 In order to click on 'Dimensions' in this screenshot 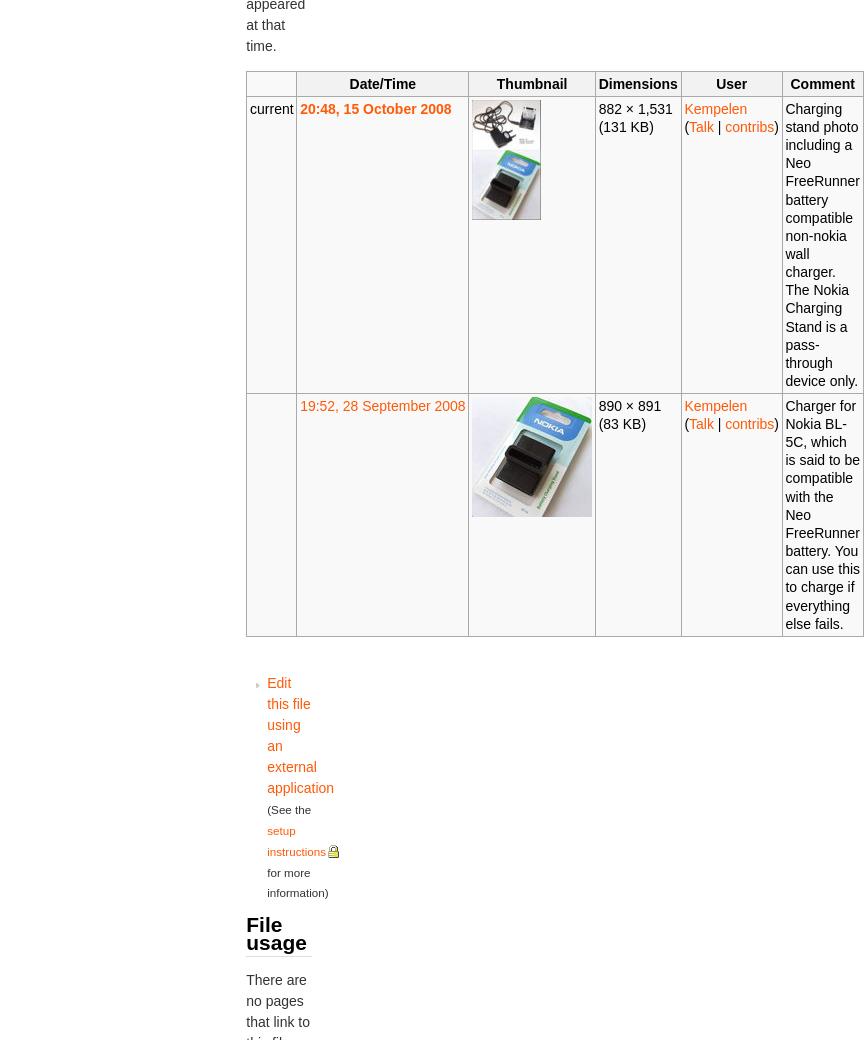, I will do `click(636, 83)`.